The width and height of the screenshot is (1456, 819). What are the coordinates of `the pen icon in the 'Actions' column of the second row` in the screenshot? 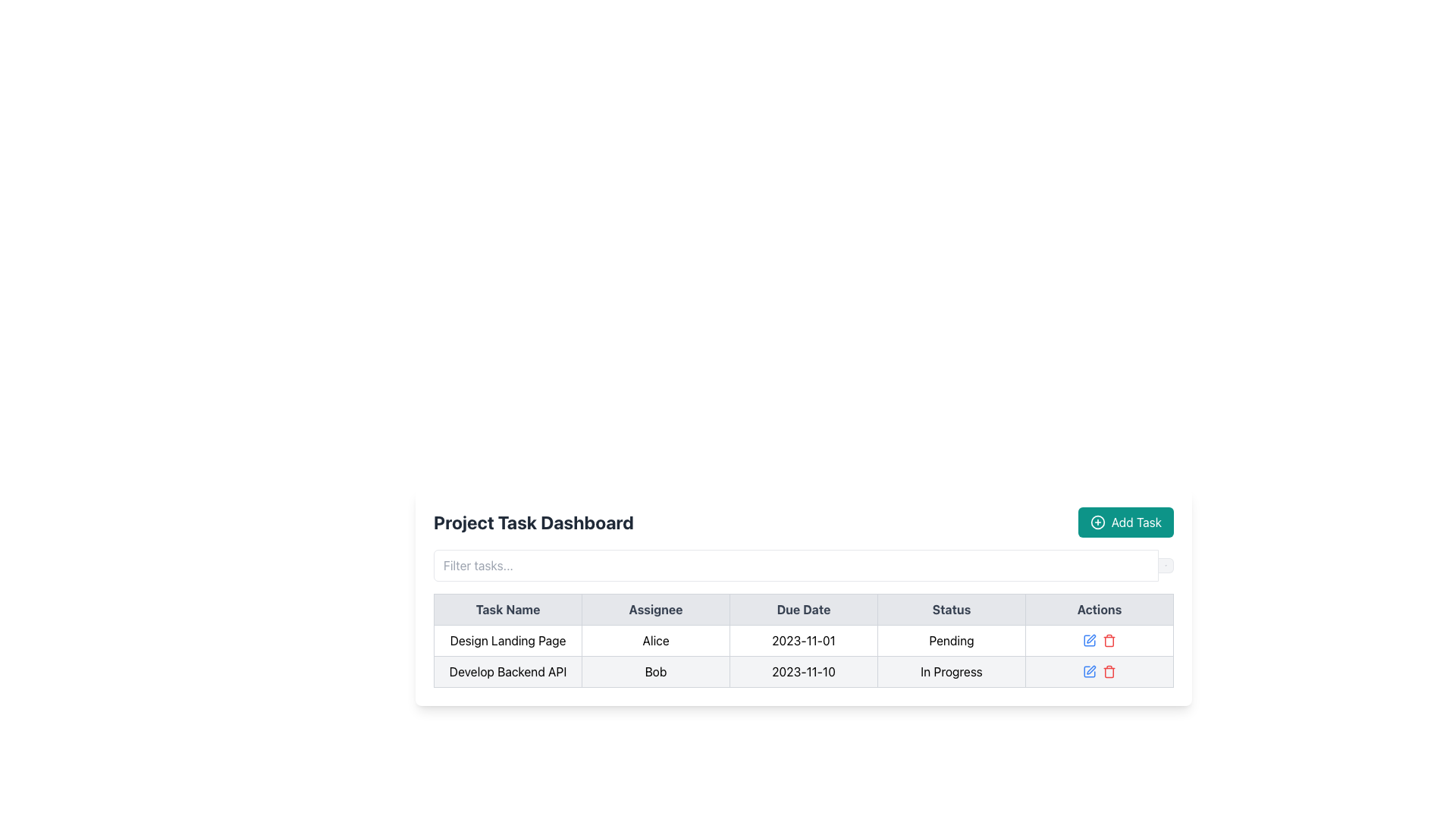 It's located at (1090, 669).